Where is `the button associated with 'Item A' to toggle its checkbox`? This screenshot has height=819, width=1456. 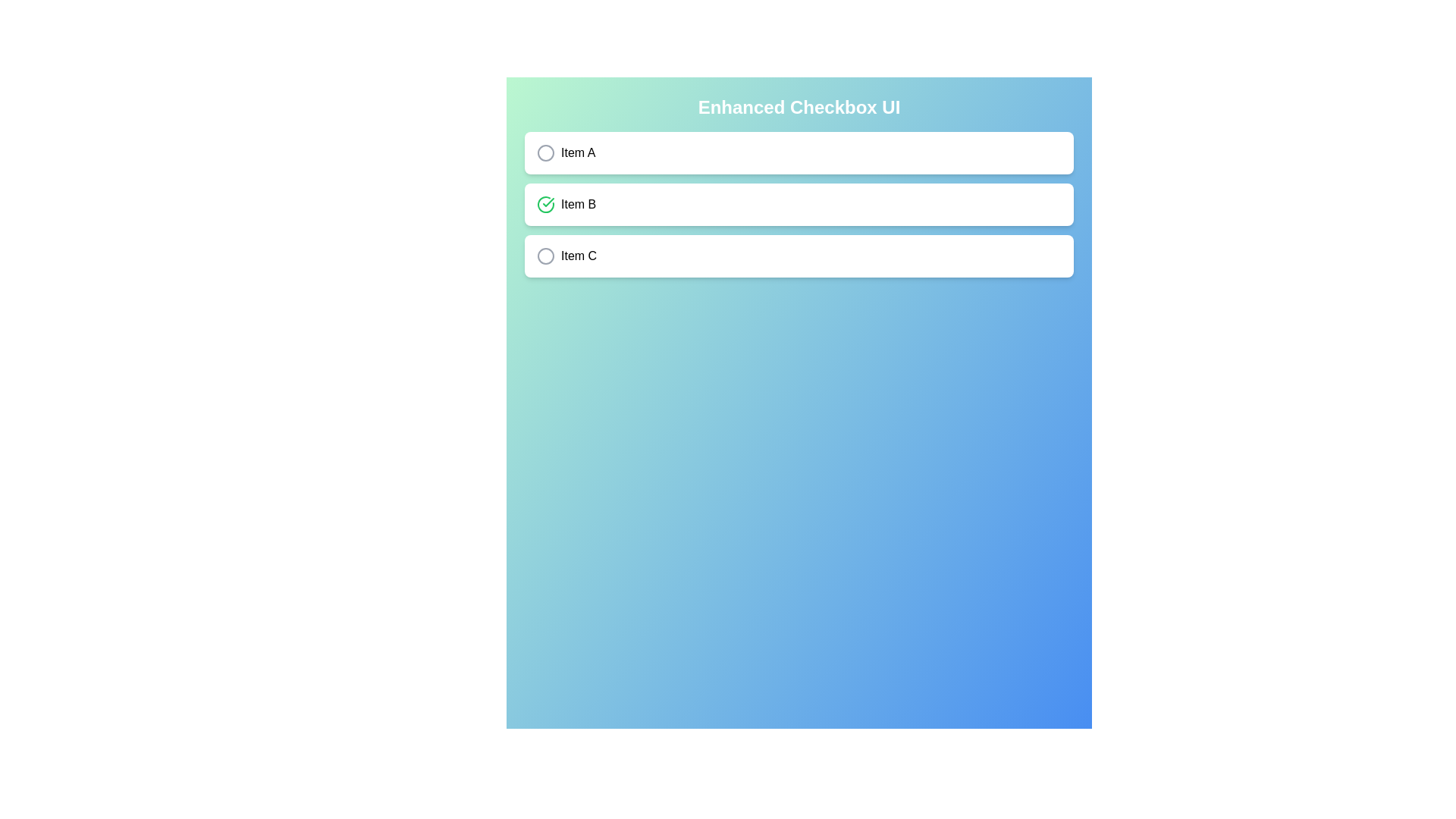 the button associated with 'Item A' to toggle its checkbox is located at coordinates (546, 152).